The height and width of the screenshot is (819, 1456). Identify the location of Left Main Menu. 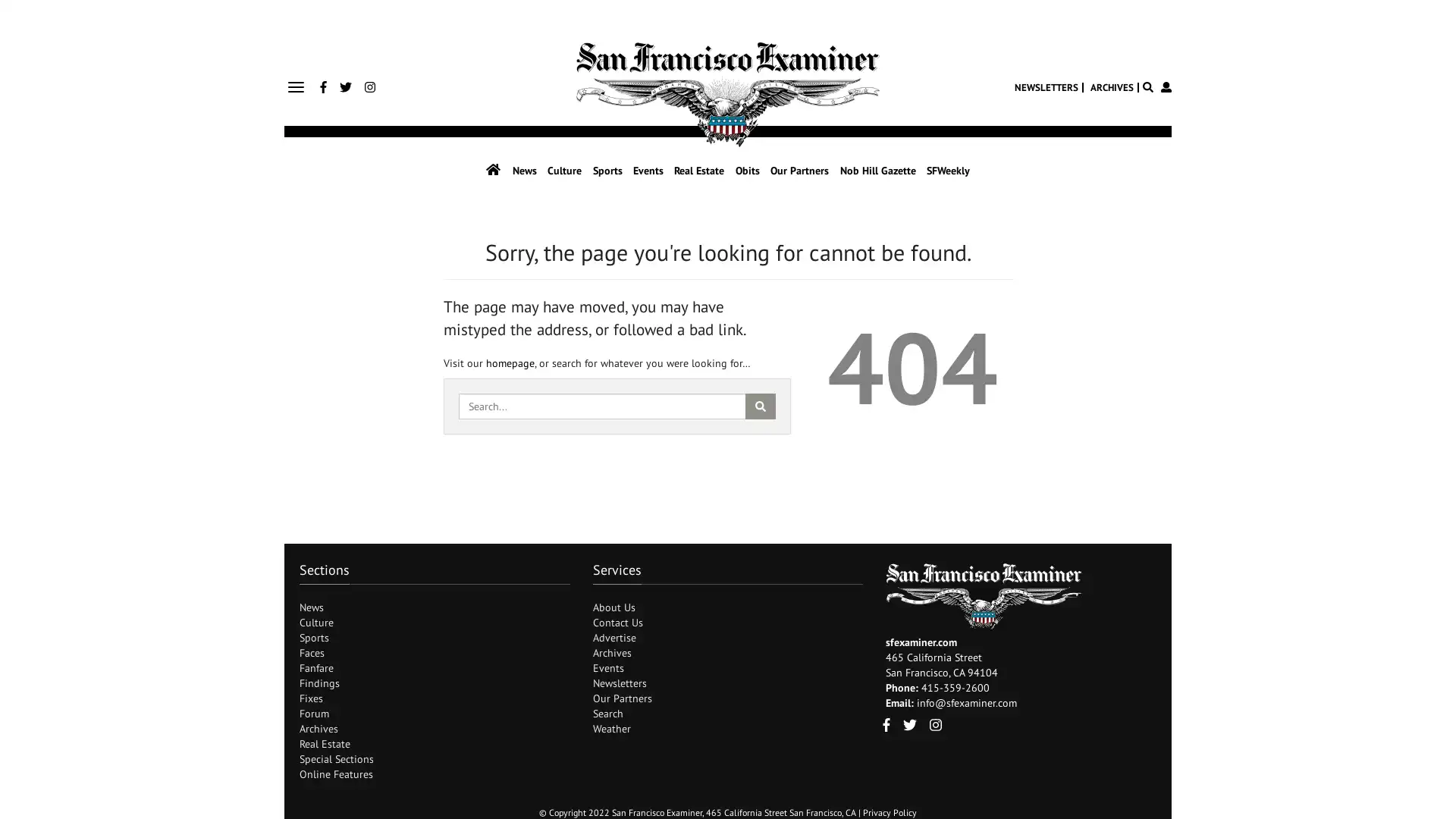
(296, 87).